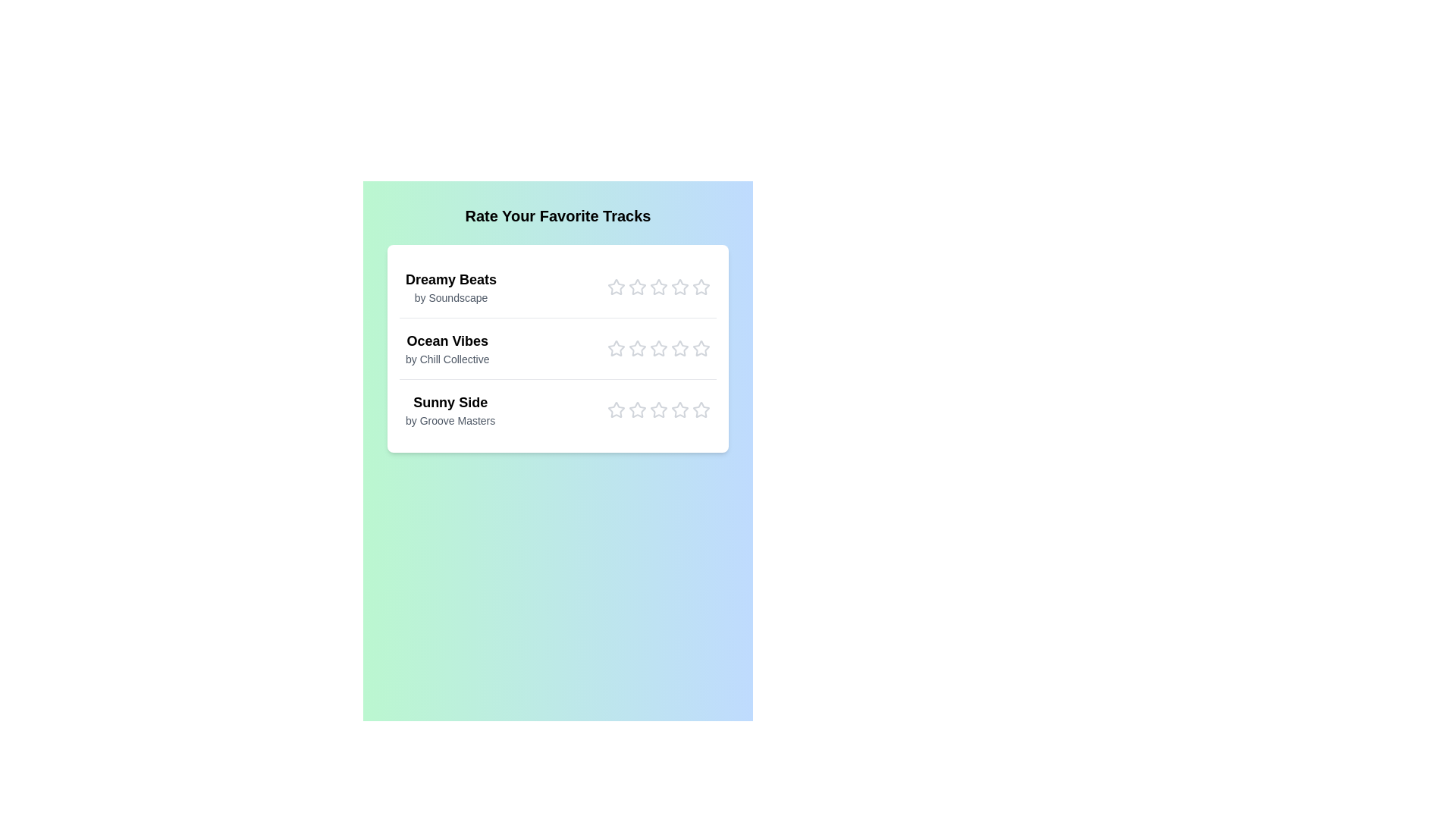 This screenshot has width=1456, height=819. Describe the element at coordinates (450, 402) in the screenshot. I see `the track title Sunny Side to select its text` at that location.